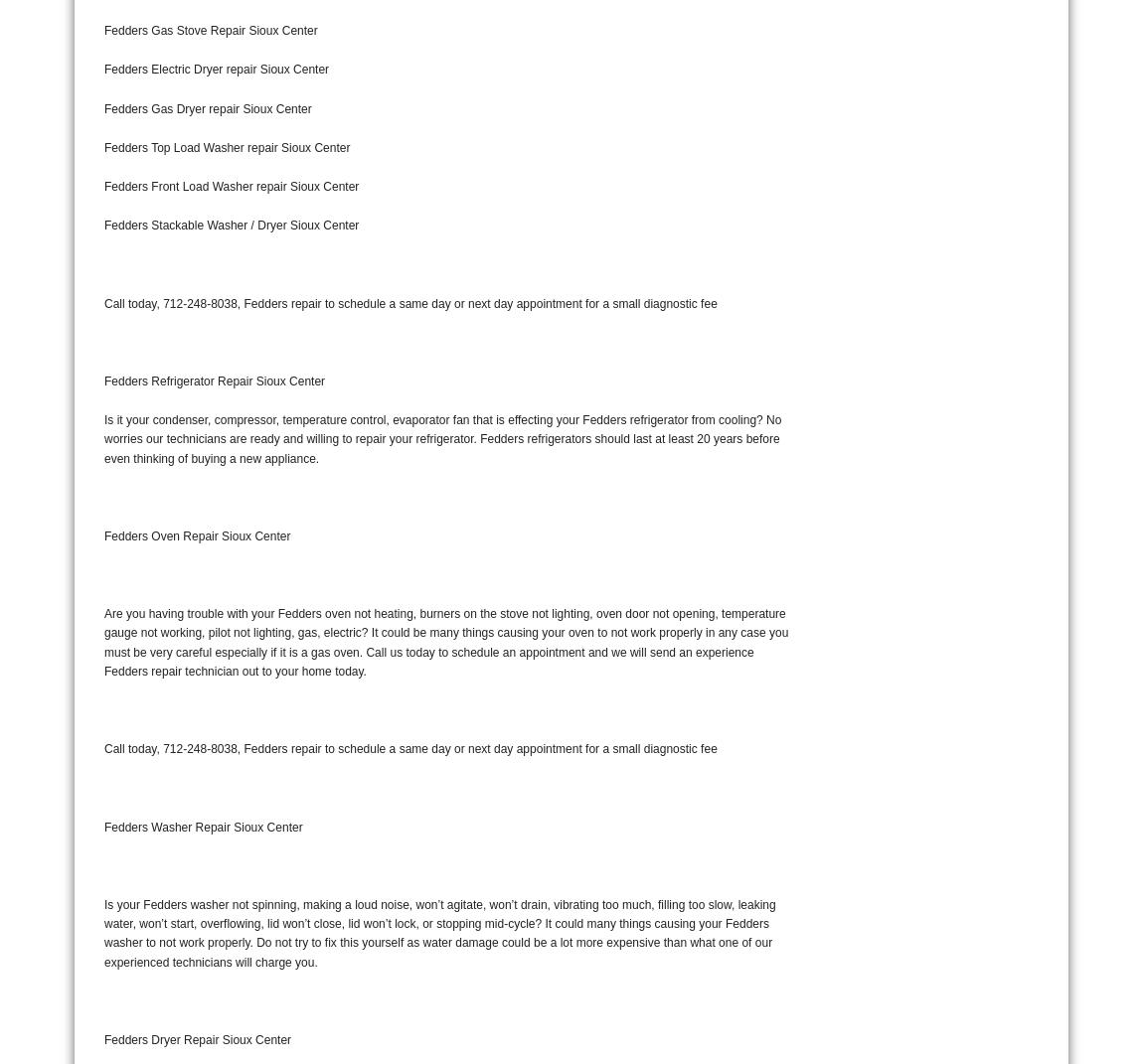 The image size is (1143, 1064). Describe the element at coordinates (216, 69) in the screenshot. I see `'Fedders Electric Dryer repair Sioux Center'` at that location.